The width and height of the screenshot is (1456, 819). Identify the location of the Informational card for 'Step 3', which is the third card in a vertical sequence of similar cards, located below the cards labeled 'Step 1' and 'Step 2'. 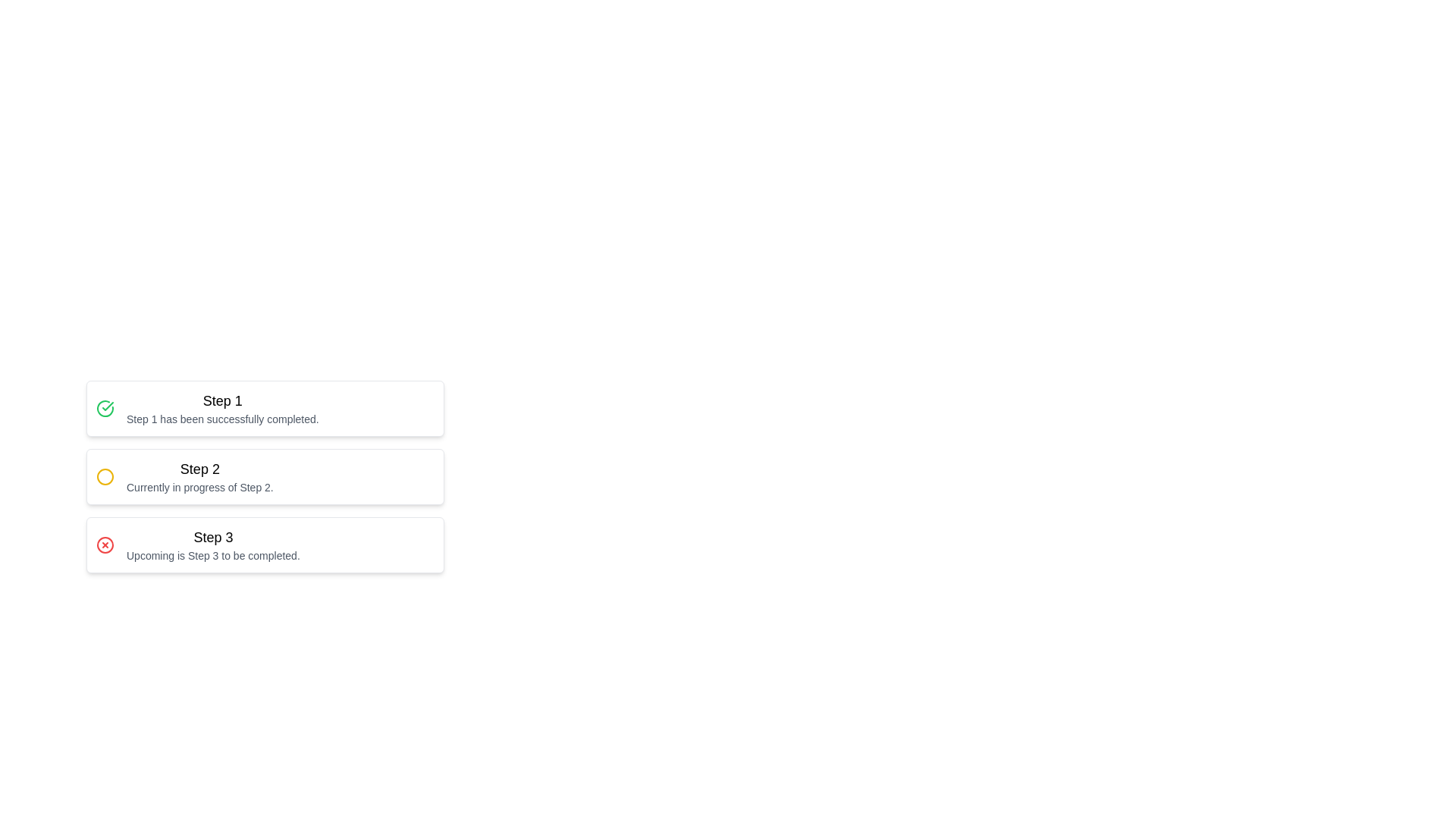
(265, 544).